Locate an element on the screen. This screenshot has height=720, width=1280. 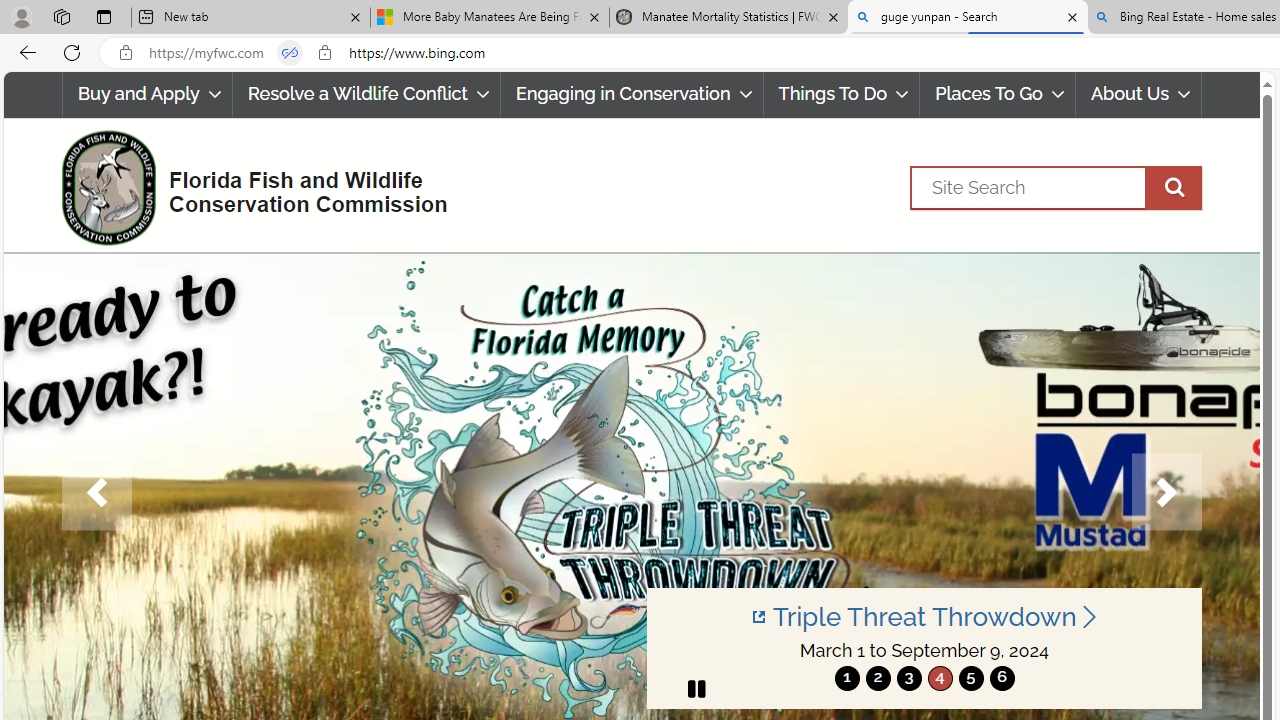
'1' is located at coordinates (847, 677).